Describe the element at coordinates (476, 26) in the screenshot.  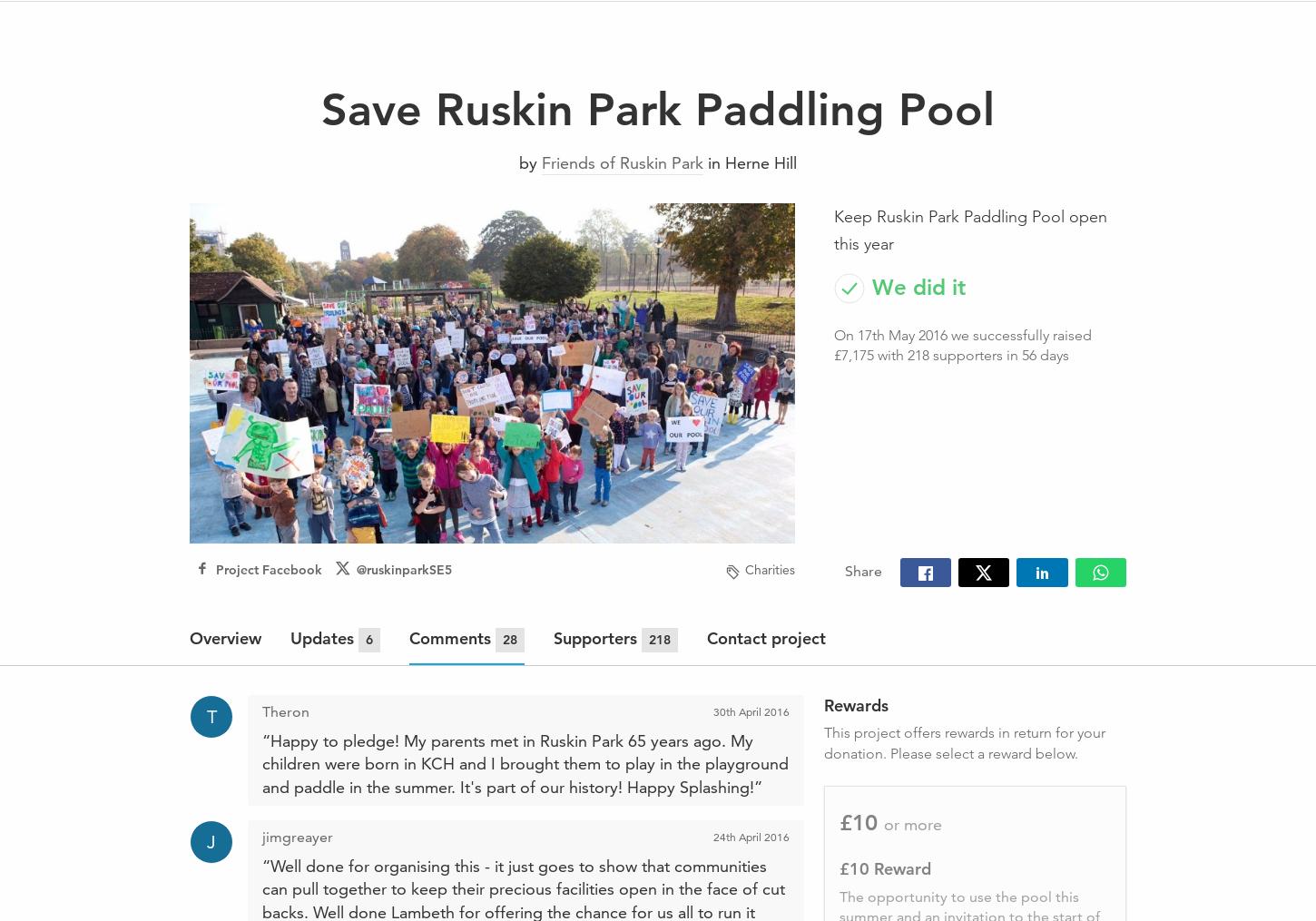
I see `'Explore'` at that location.